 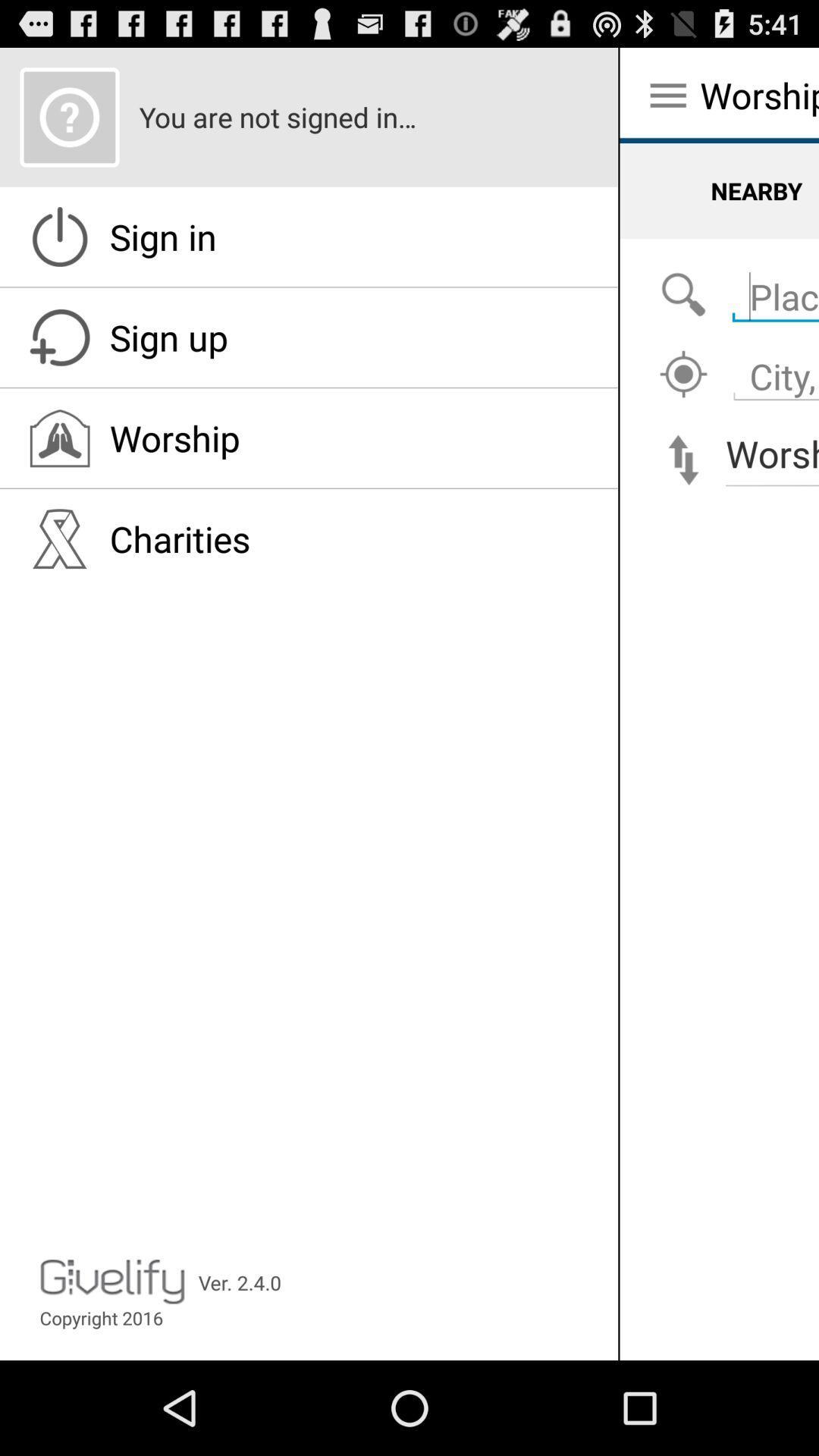 I want to click on the location_crosshair icon, so click(x=683, y=401).